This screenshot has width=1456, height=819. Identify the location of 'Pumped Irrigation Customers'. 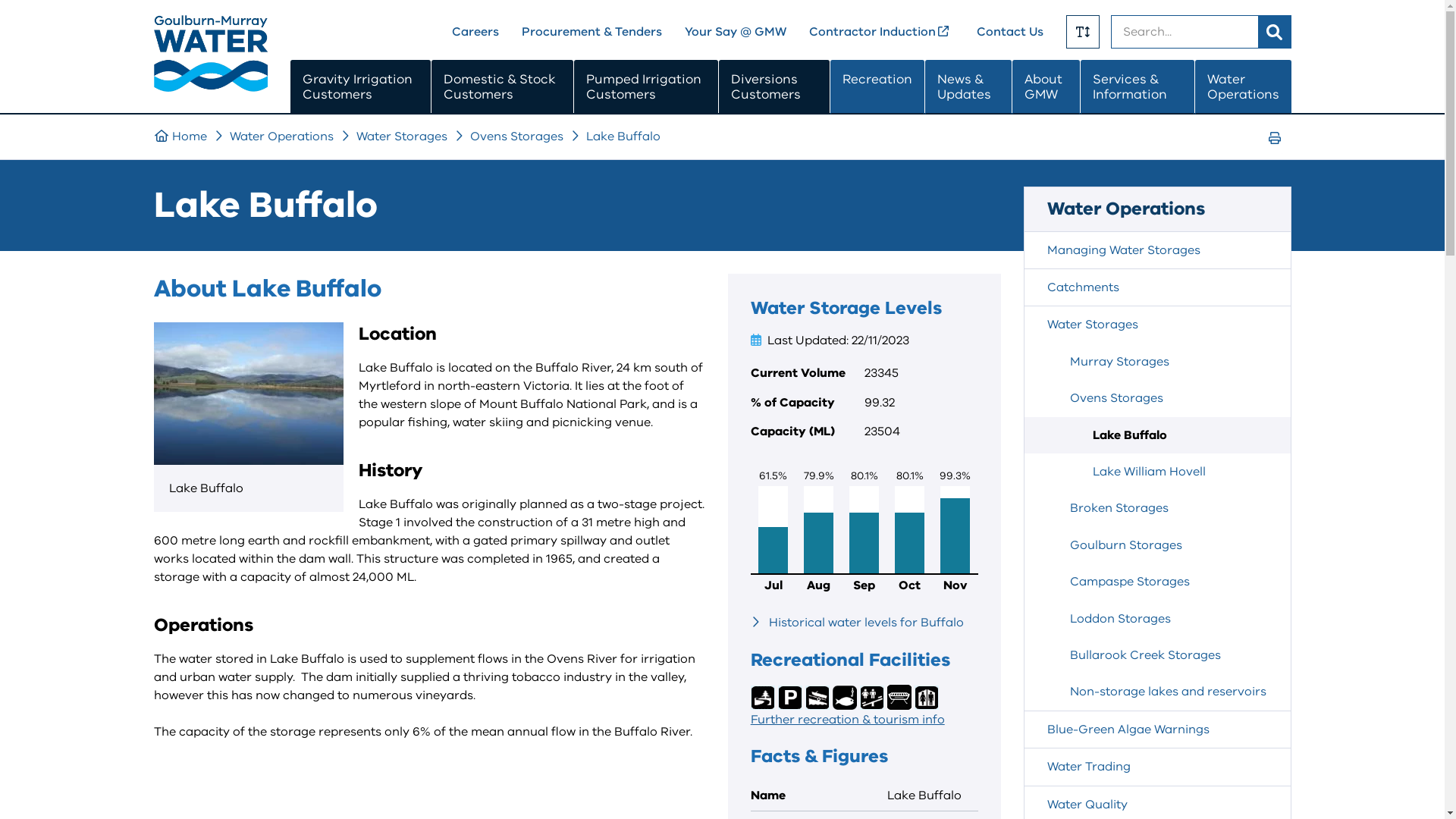
(645, 87).